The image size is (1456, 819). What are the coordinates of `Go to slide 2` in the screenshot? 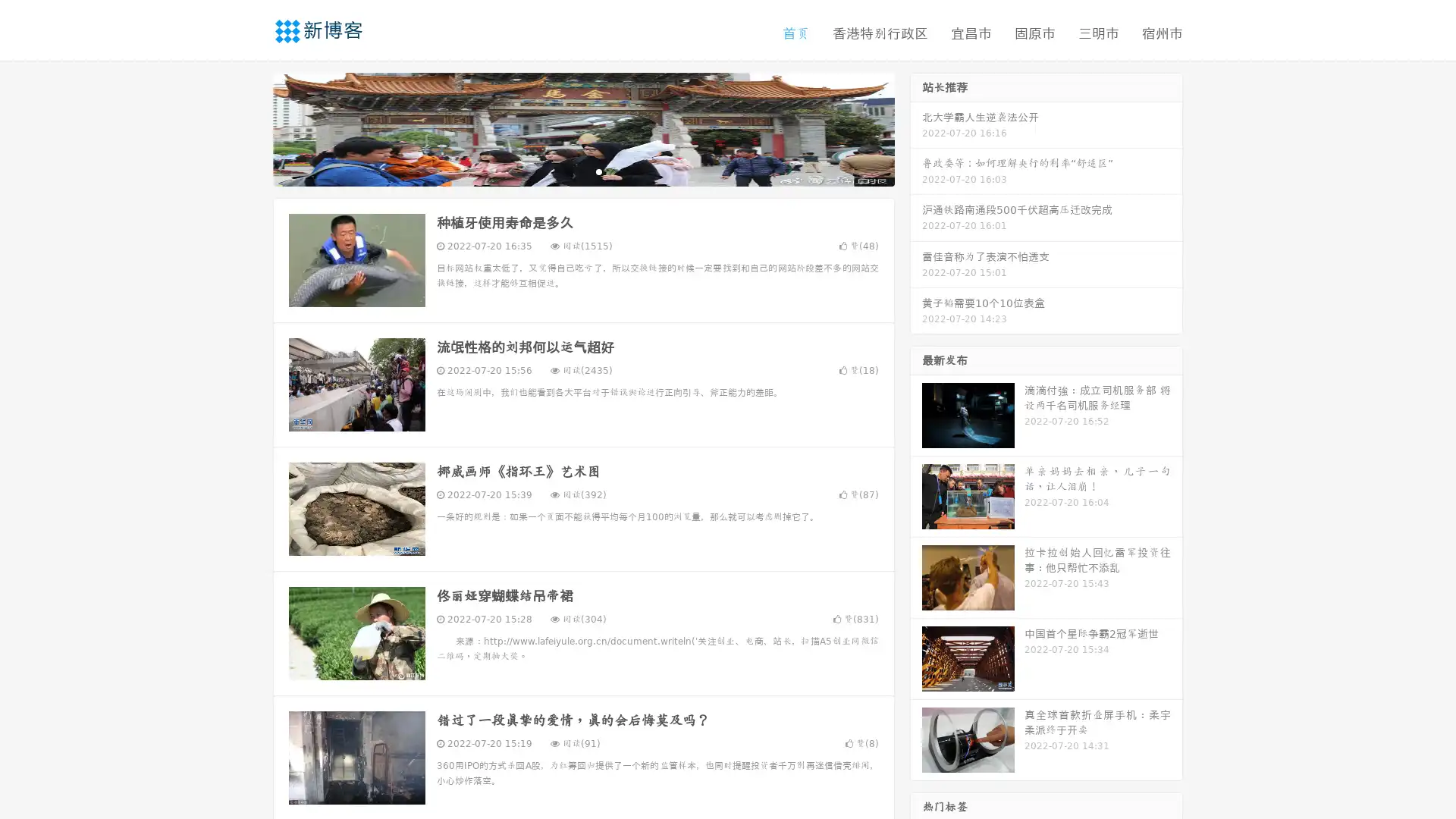 It's located at (582, 171).